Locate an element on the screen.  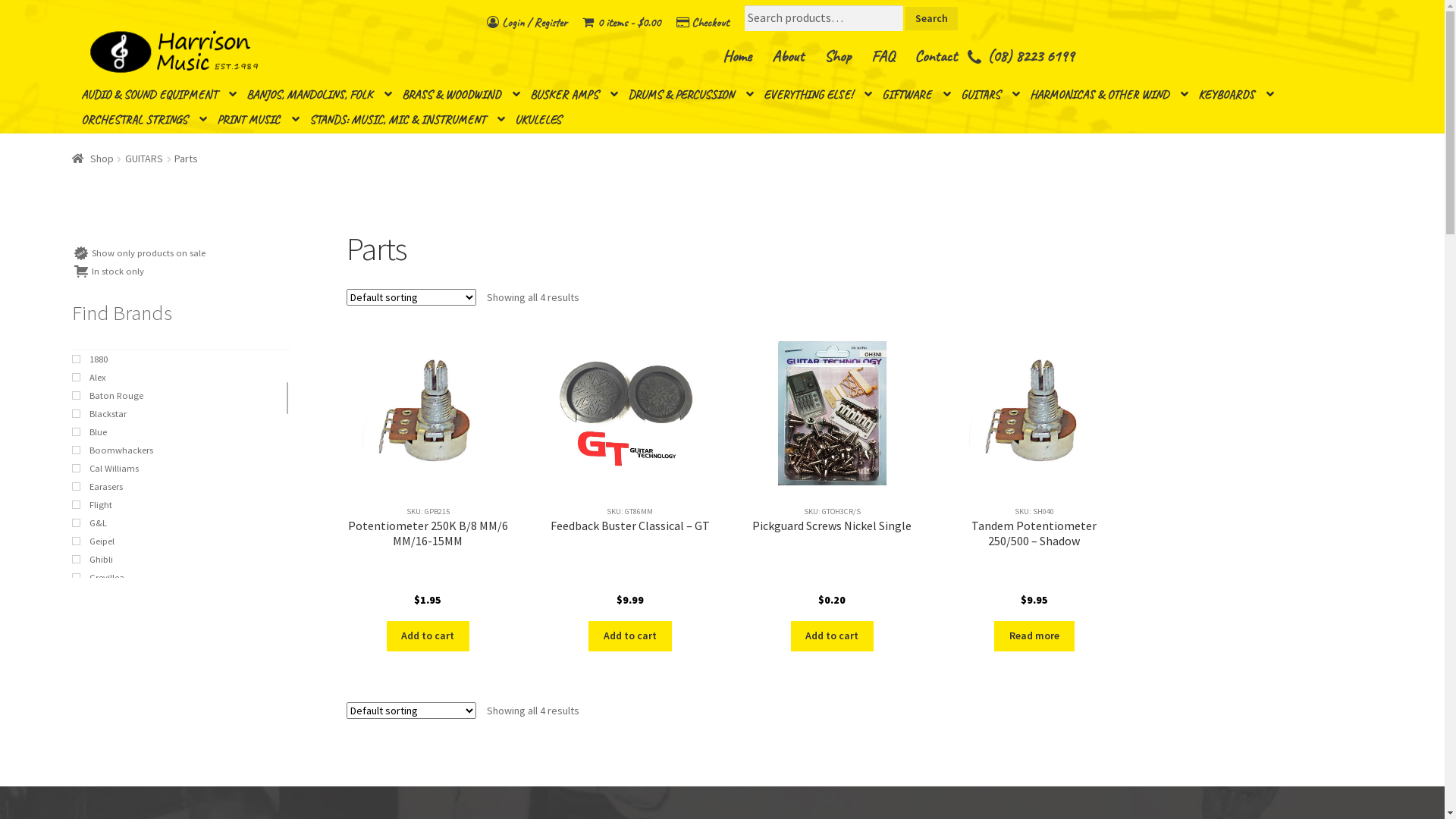
'EVERYTHING ELSE!' is located at coordinates (817, 95).